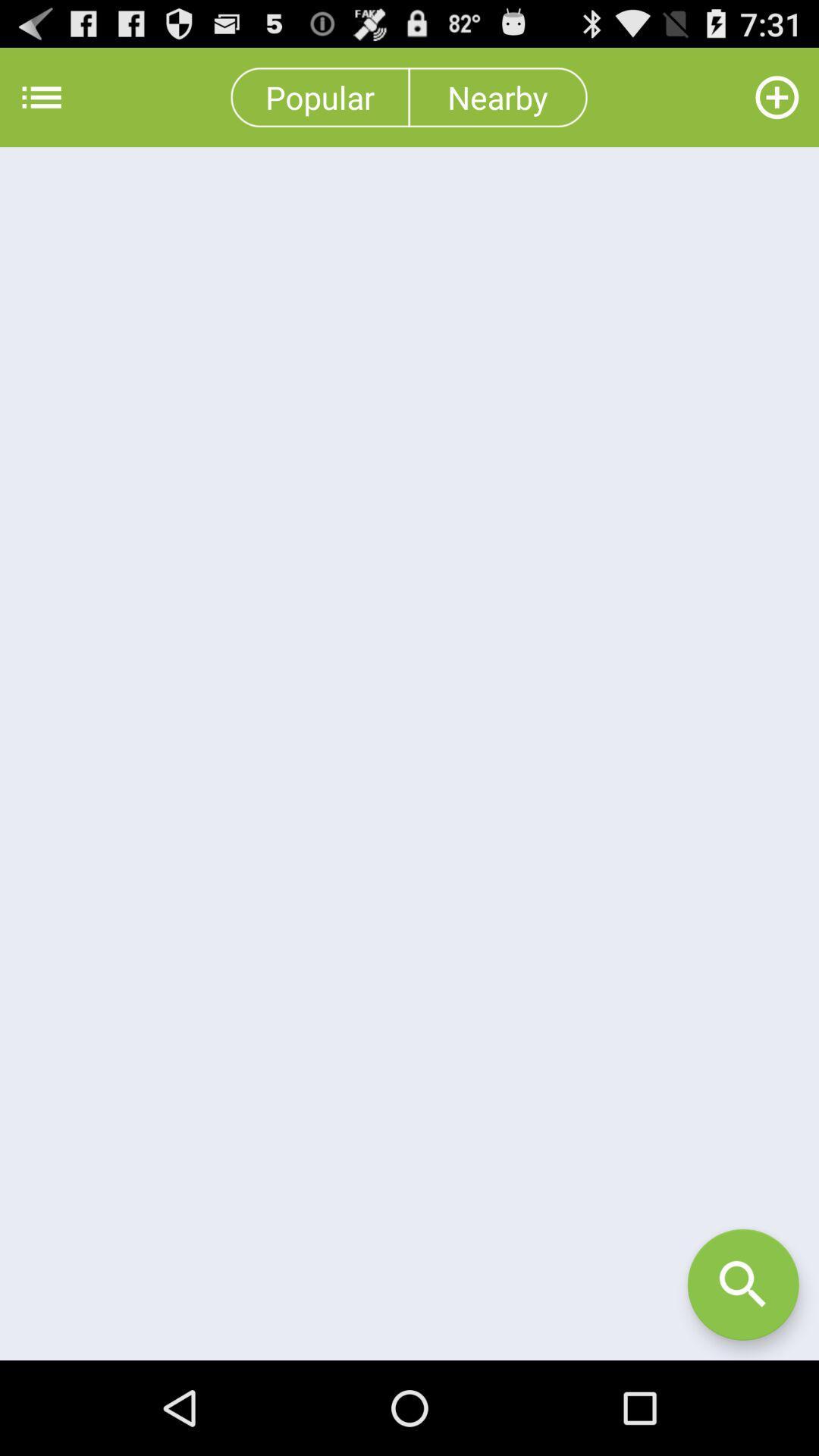 Image resolution: width=819 pixels, height=1456 pixels. Describe the element at coordinates (742, 1375) in the screenshot. I see `the search icon` at that location.